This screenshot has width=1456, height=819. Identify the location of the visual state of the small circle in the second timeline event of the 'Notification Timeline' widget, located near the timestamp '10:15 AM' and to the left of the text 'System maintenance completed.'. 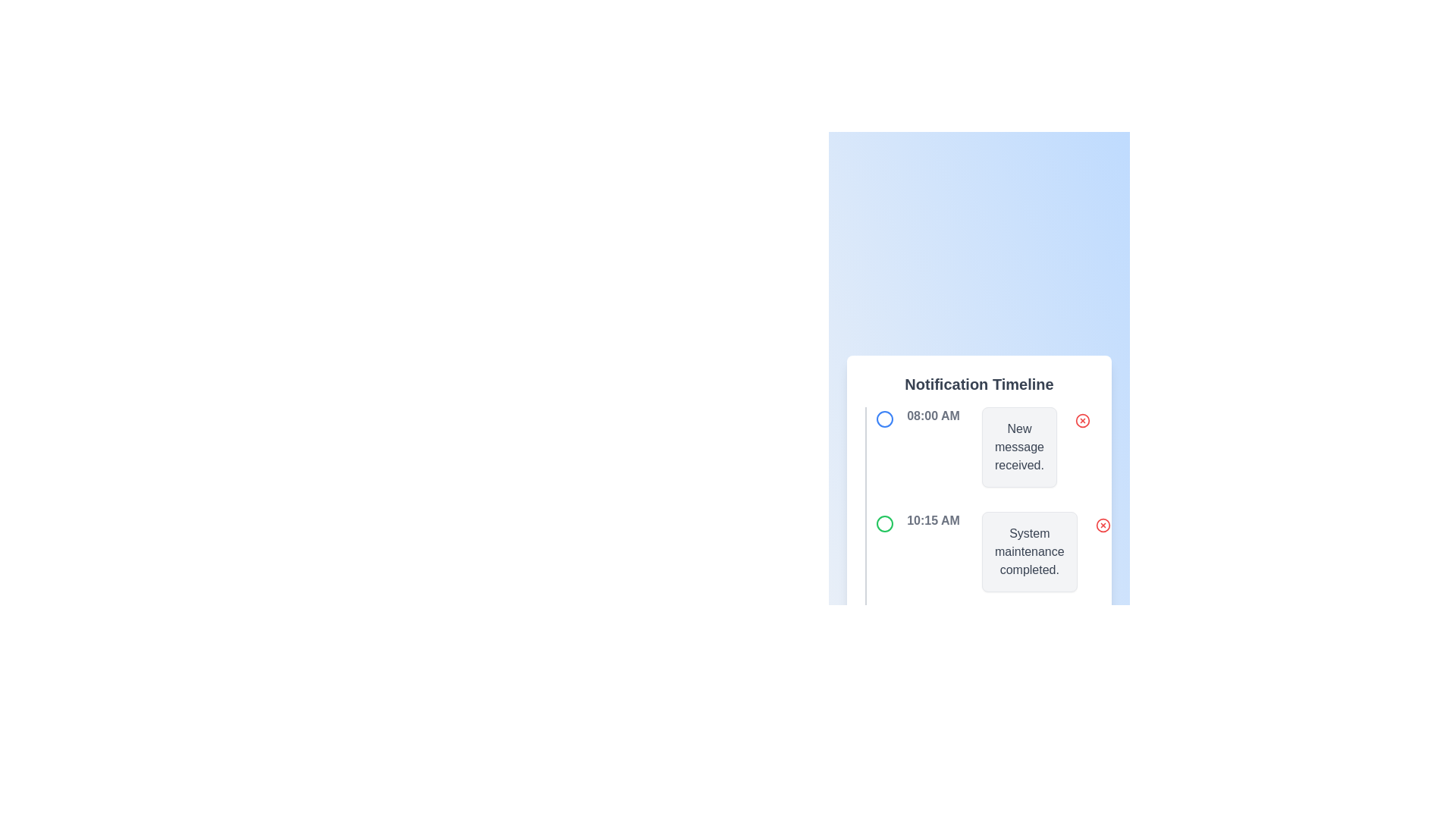
(884, 522).